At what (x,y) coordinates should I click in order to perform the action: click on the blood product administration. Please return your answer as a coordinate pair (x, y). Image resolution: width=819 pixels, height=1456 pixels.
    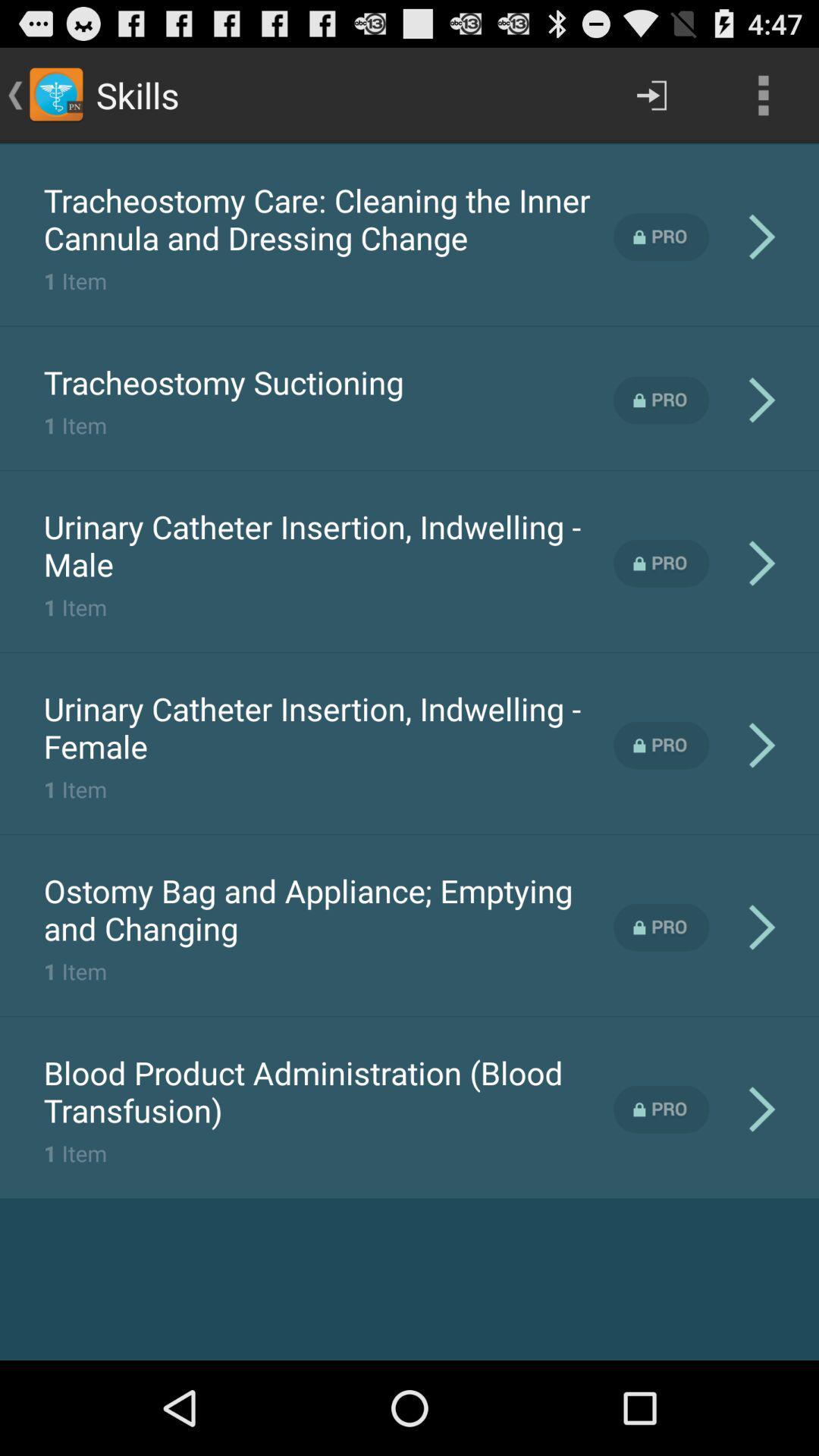
    Looking at the image, I should click on (328, 1090).